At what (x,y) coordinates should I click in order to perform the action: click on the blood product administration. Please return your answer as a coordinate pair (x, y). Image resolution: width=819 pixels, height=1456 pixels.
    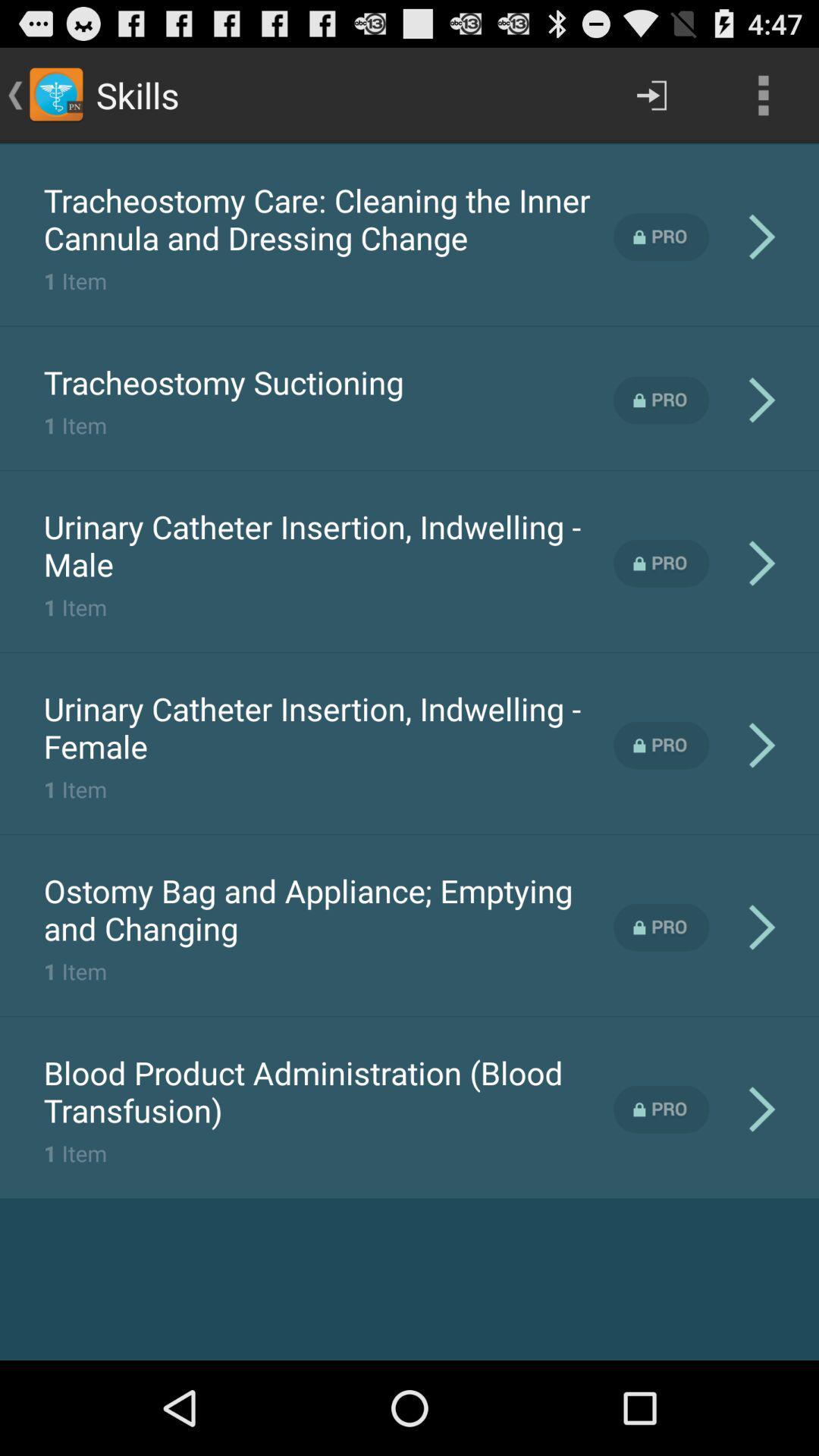
    Looking at the image, I should click on (328, 1090).